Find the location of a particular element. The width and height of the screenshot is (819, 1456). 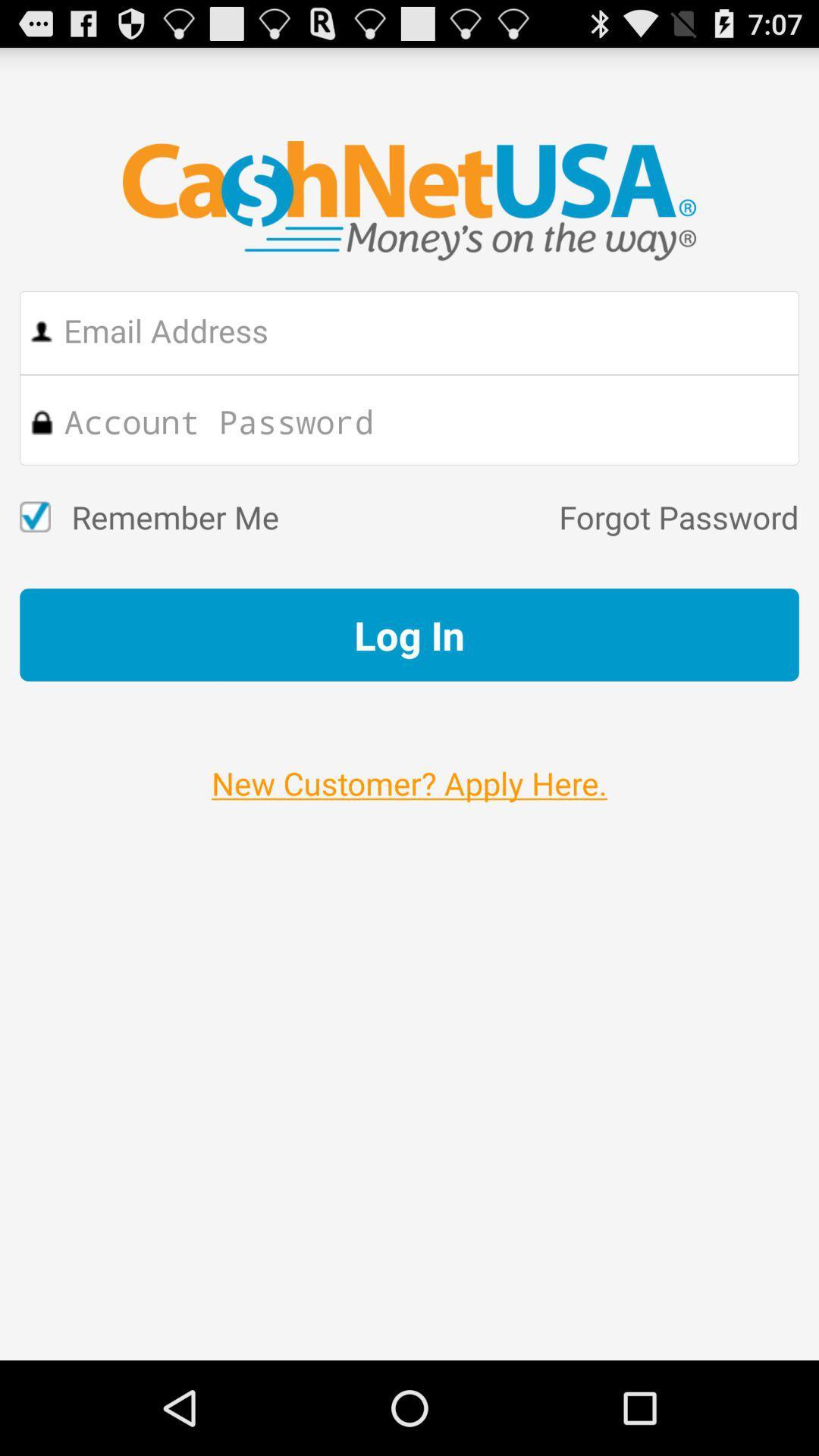

forgot password is located at coordinates (538, 516).